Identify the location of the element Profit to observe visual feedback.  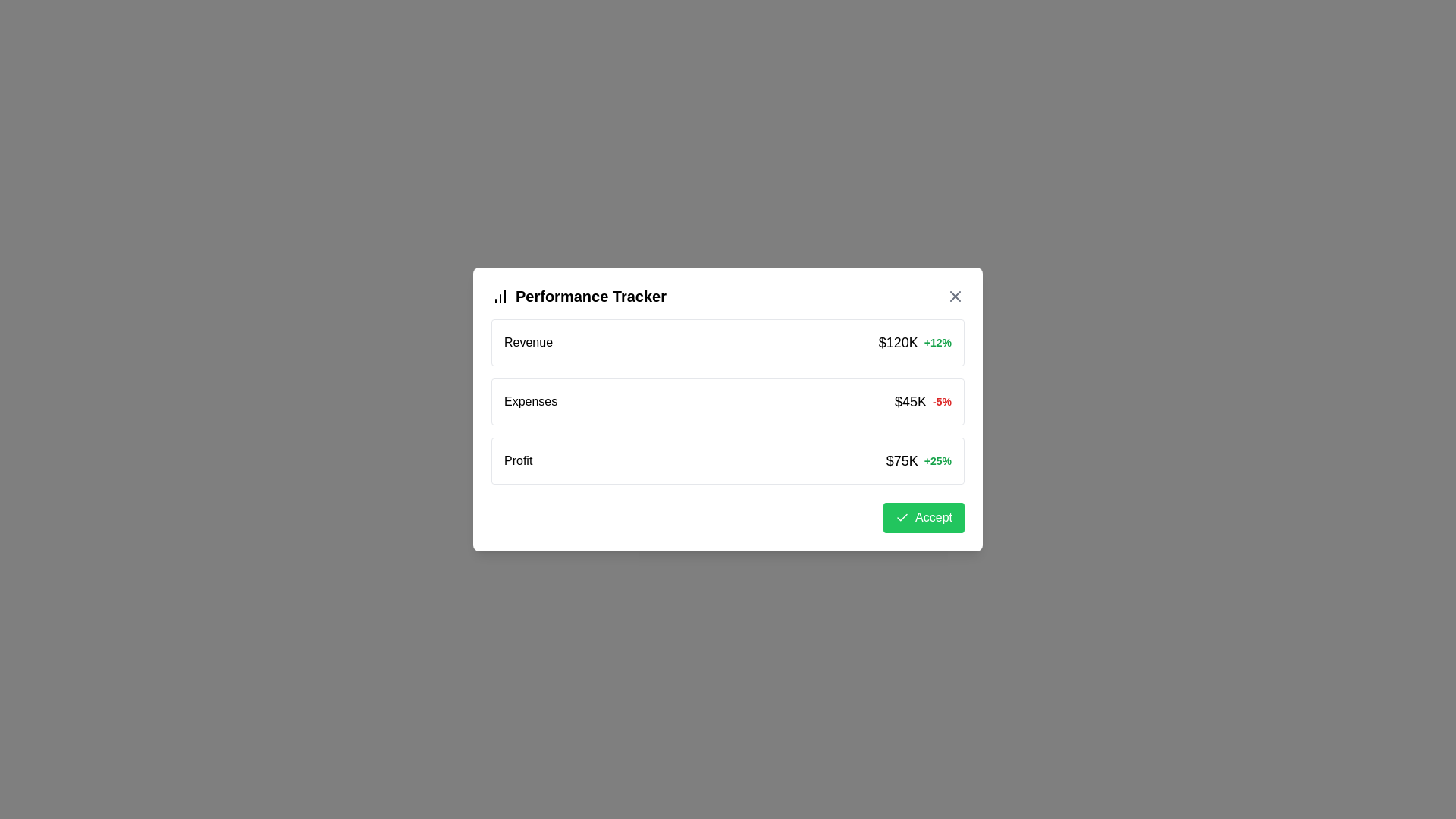
(728, 460).